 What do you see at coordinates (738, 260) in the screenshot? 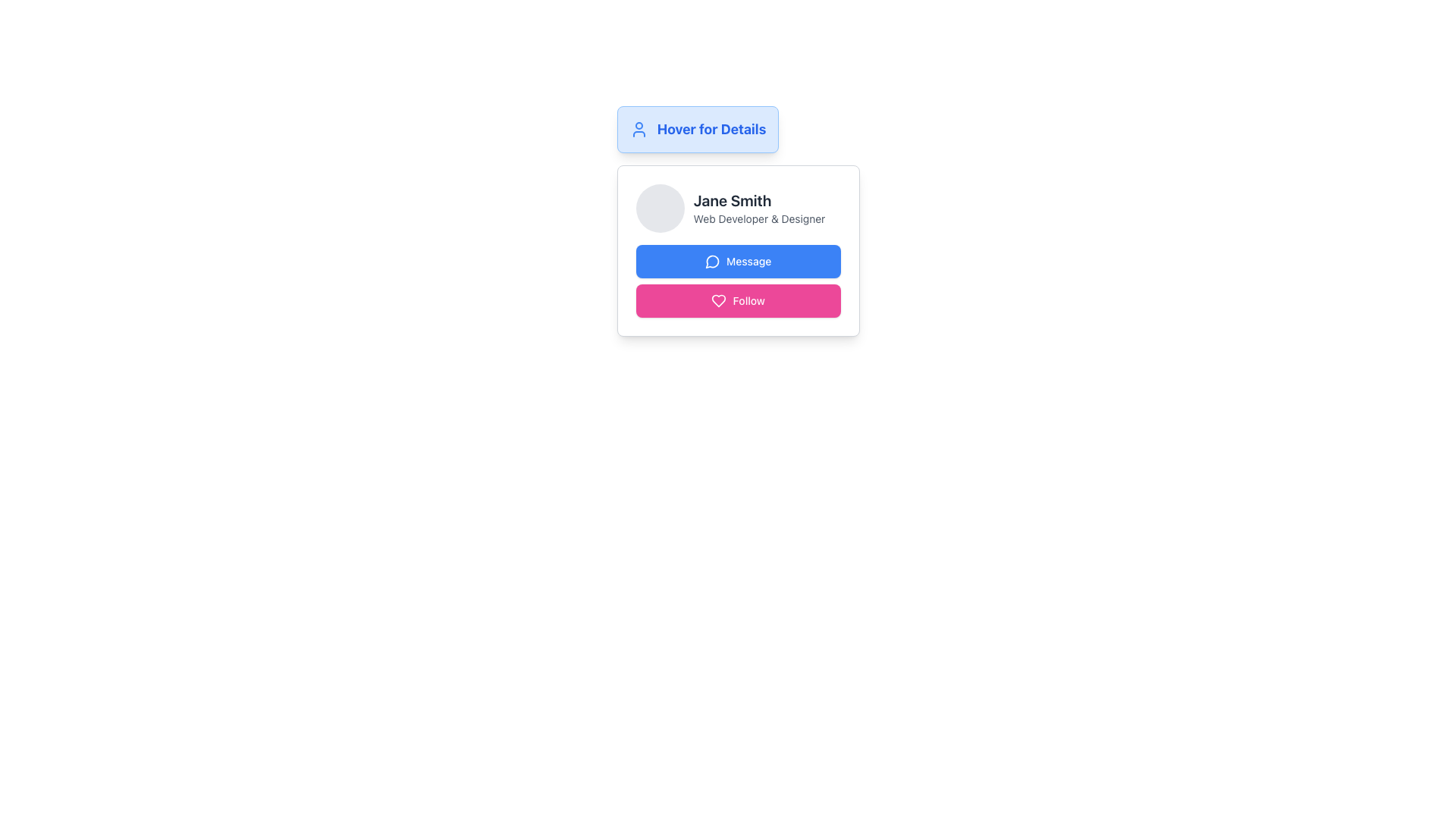
I see `the messaging button located in the middle portion of the card UI component, positioned directly above the pink 'Follow' button, to possibly see tooltip or animation effects` at bounding box center [738, 260].